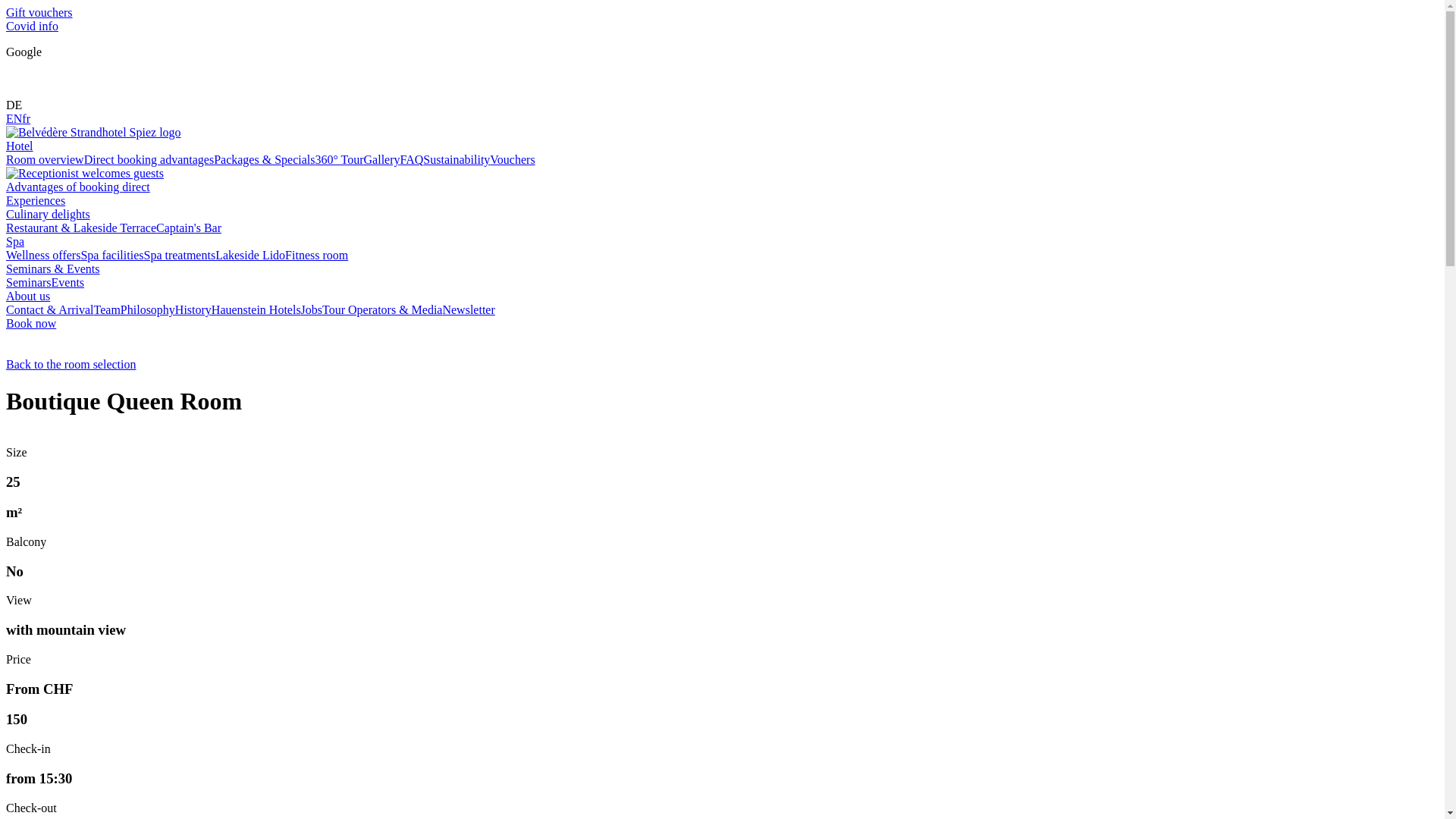 The height and width of the screenshot is (819, 1456). I want to click on 'Newsletter', so click(467, 309).